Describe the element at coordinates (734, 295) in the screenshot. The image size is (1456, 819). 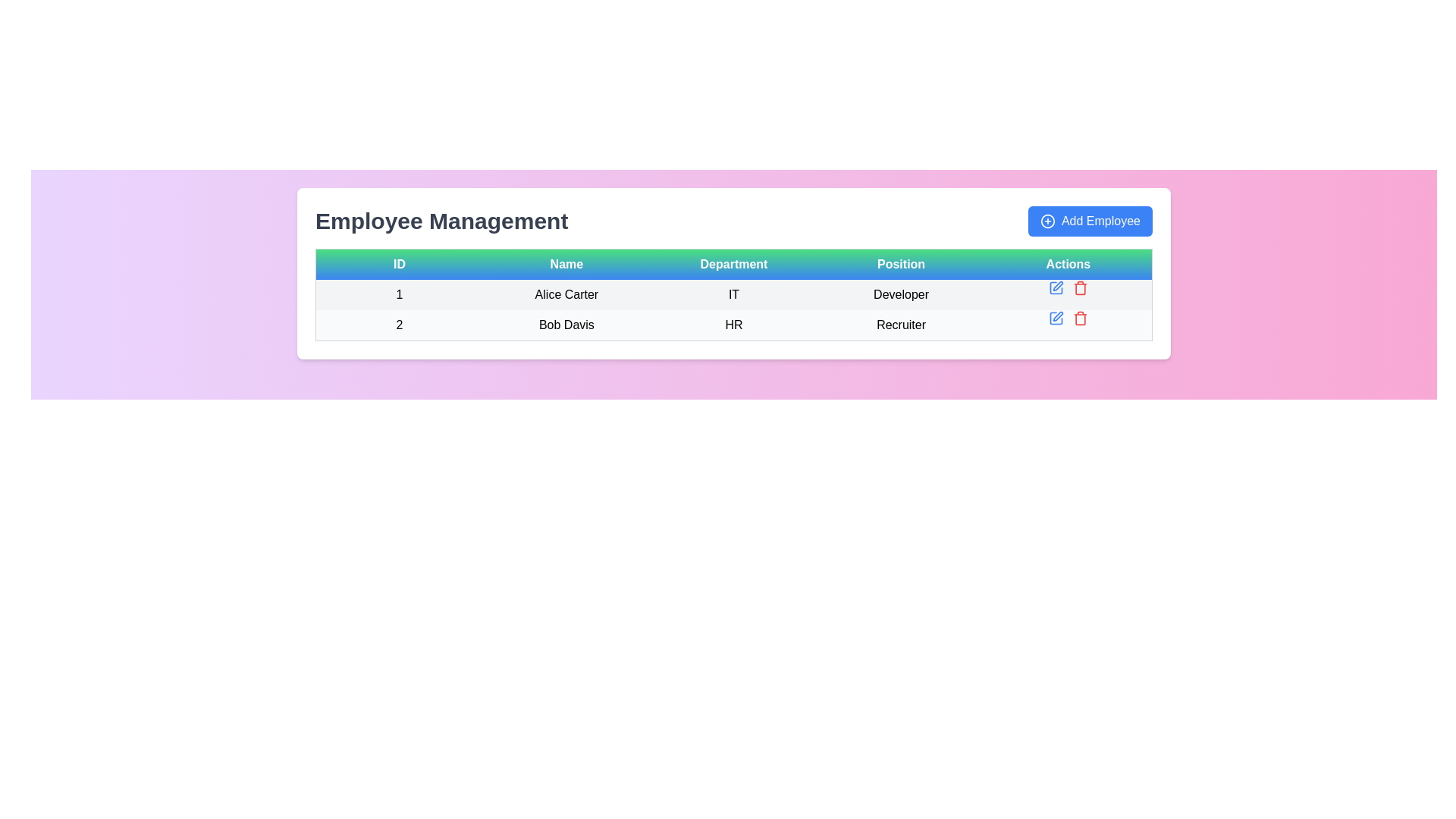
I see `the first table row in the 'Employee Management' section to interact with the displayed employee information` at that location.